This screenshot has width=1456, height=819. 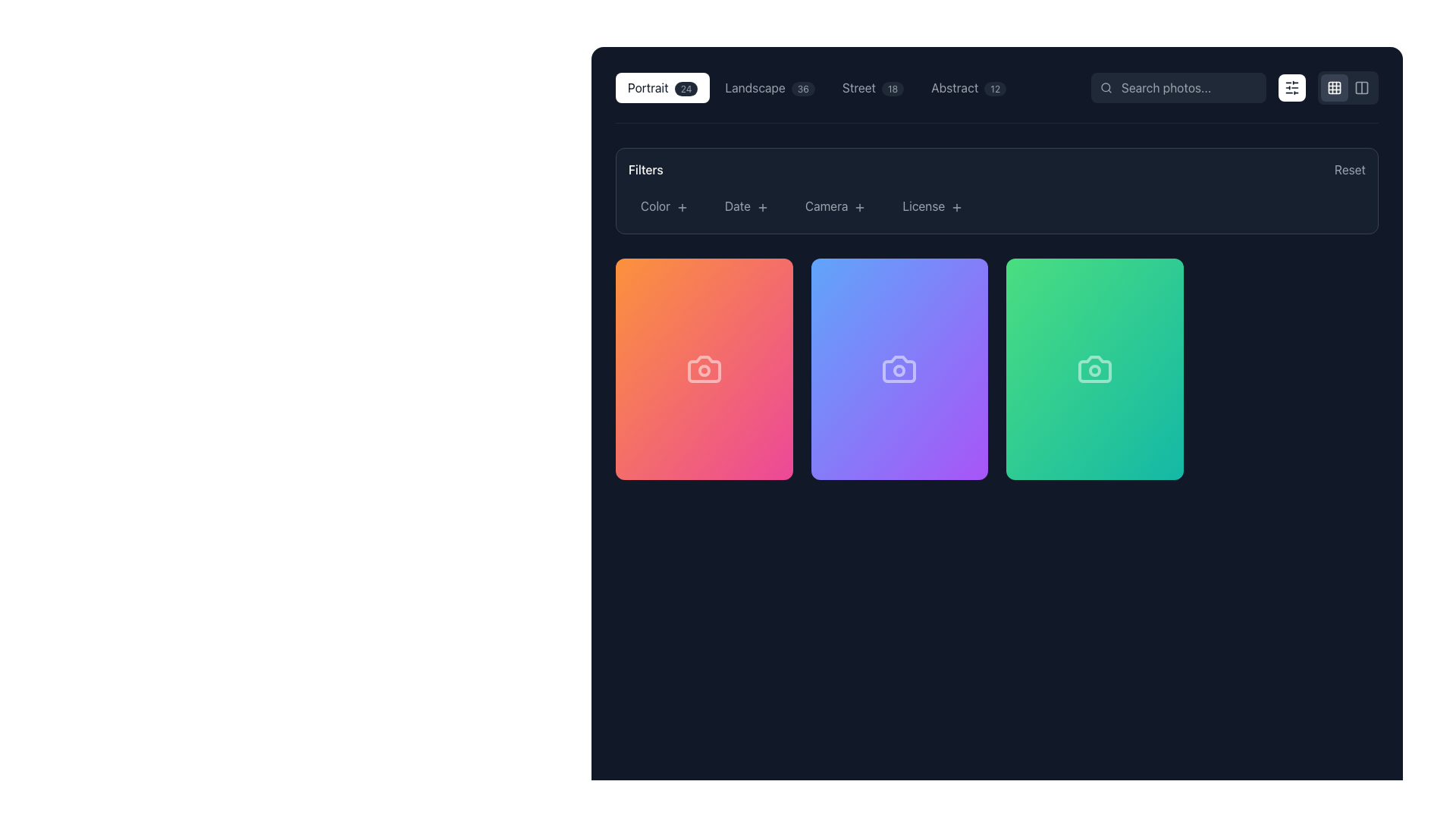 What do you see at coordinates (835, 206) in the screenshot?
I see `the 'Camera' button with a gray font color and a '+' icon` at bounding box center [835, 206].